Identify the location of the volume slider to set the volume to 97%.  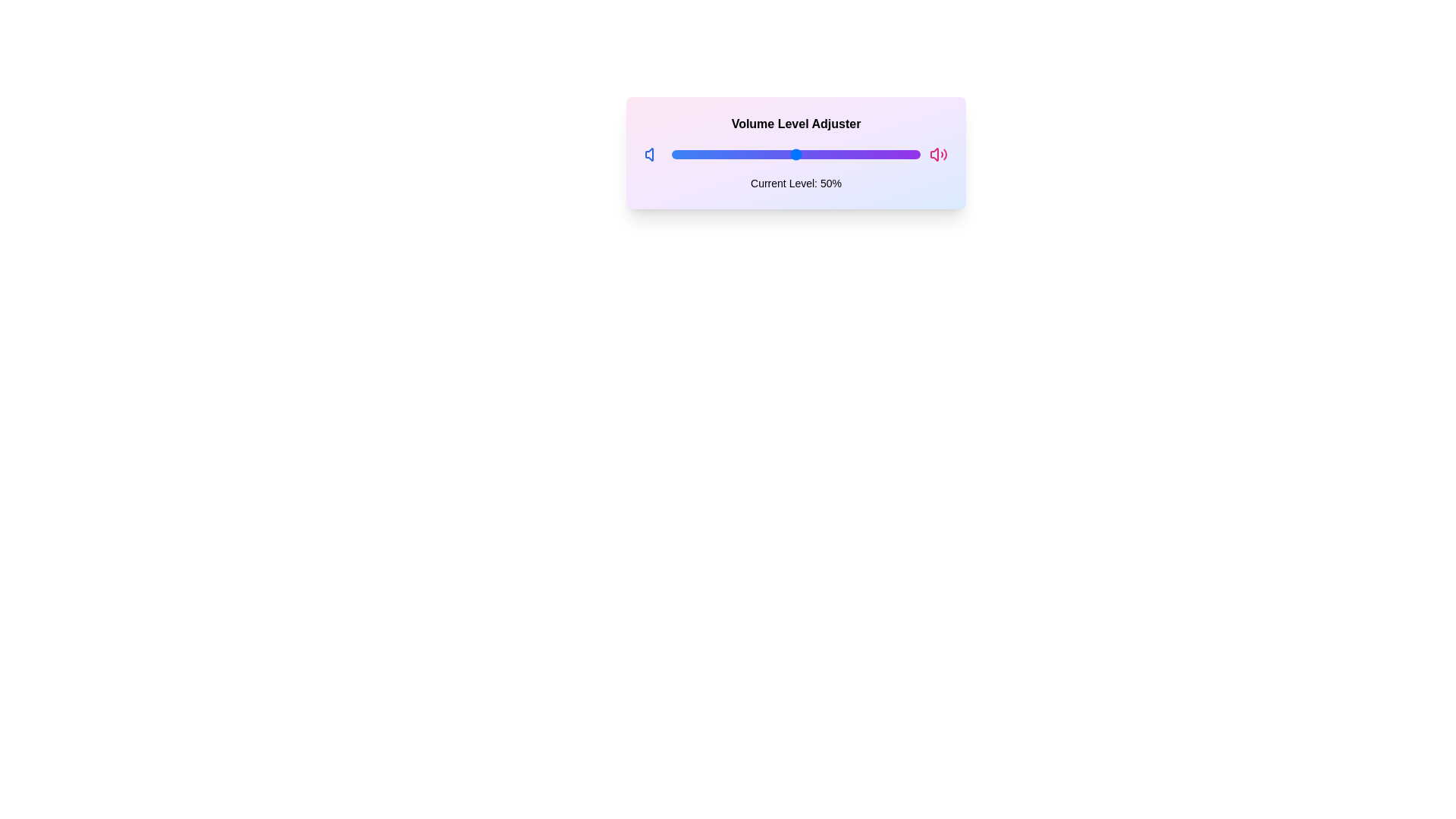
(912, 155).